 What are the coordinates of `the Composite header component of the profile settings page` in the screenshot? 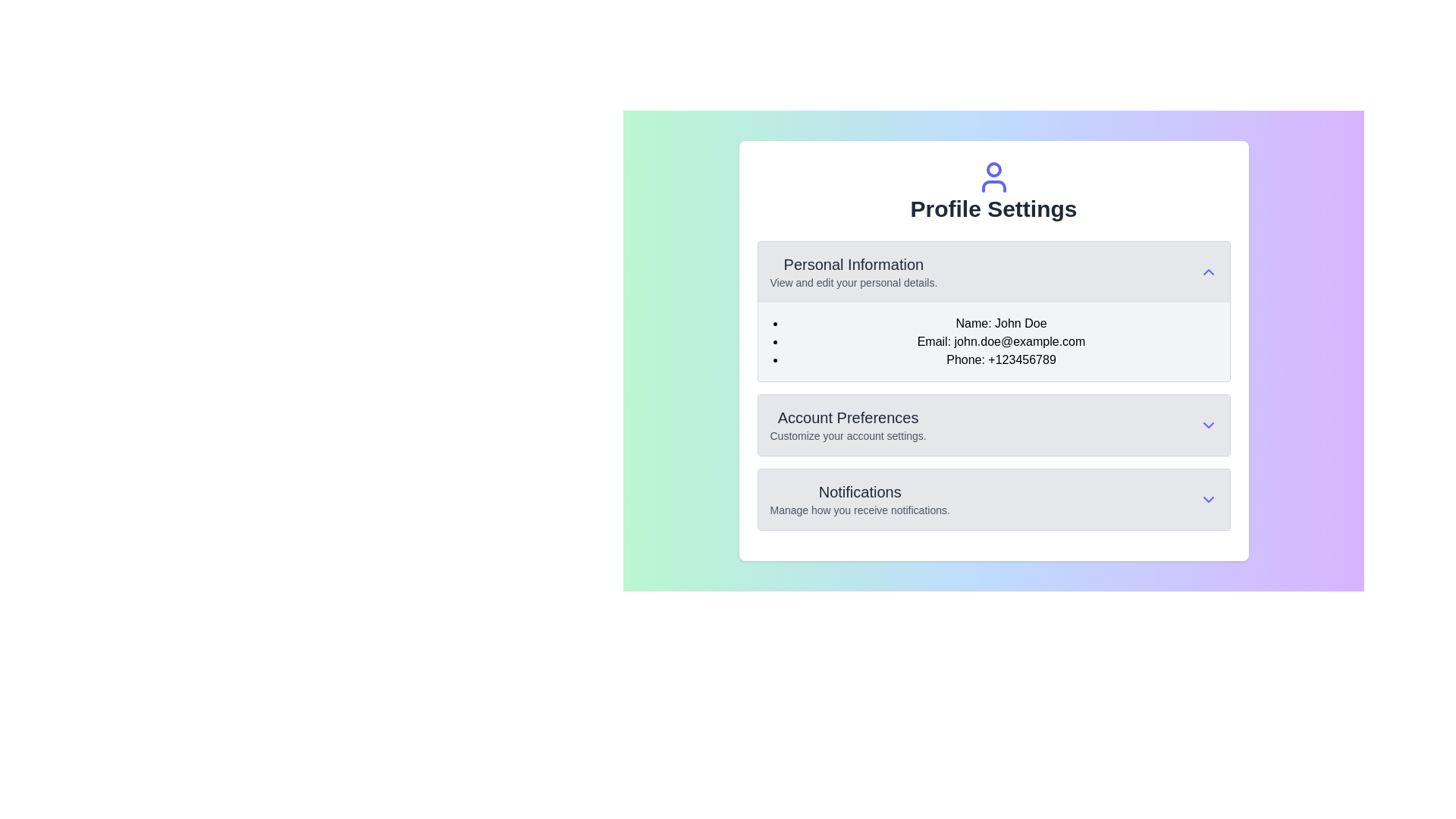 It's located at (993, 190).